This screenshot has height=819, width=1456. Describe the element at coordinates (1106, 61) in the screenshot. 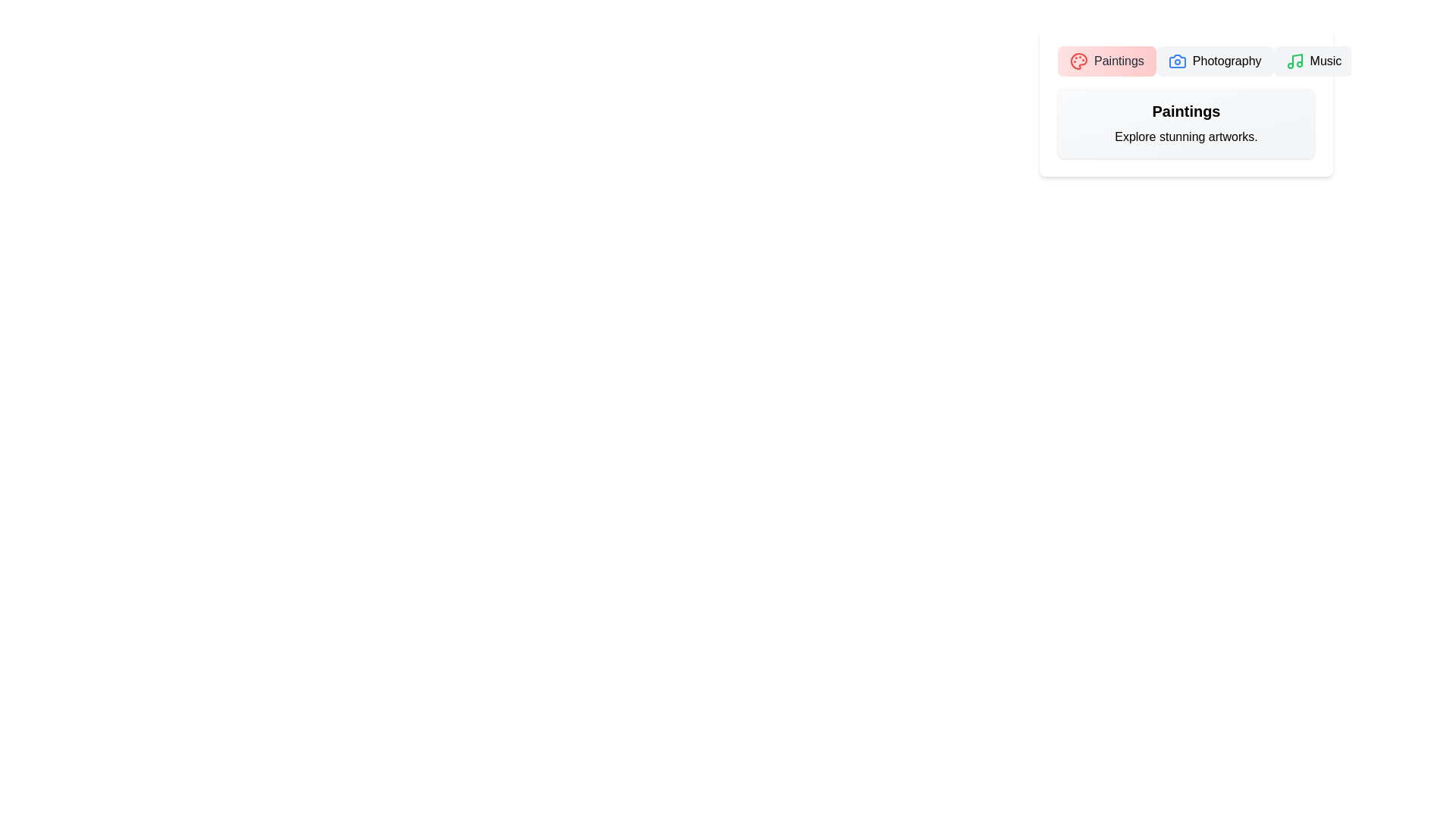

I see `the tab labeled Paintings to view its content` at that location.